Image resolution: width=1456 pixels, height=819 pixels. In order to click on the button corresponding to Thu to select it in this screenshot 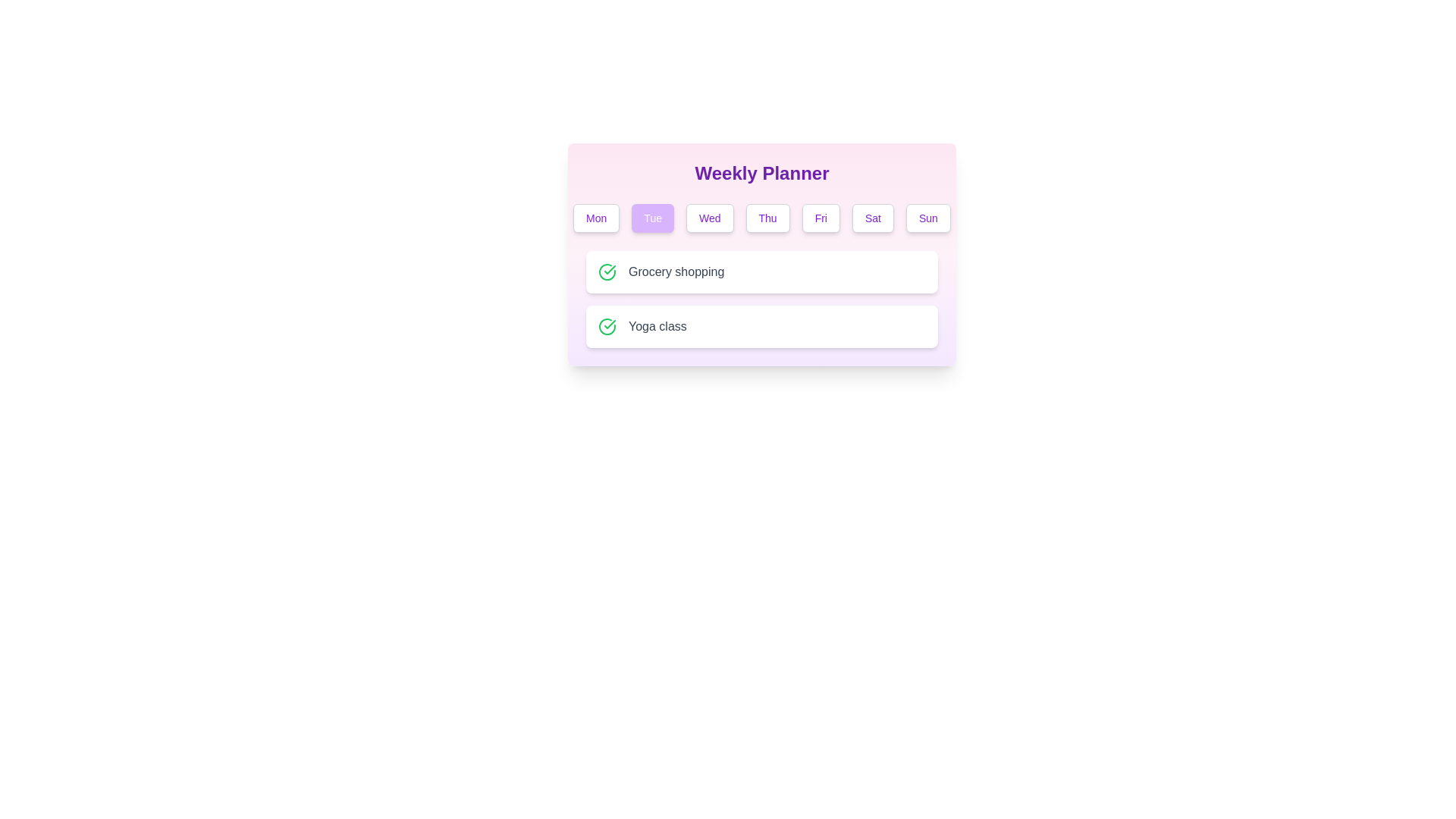, I will do `click(767, 218)`.